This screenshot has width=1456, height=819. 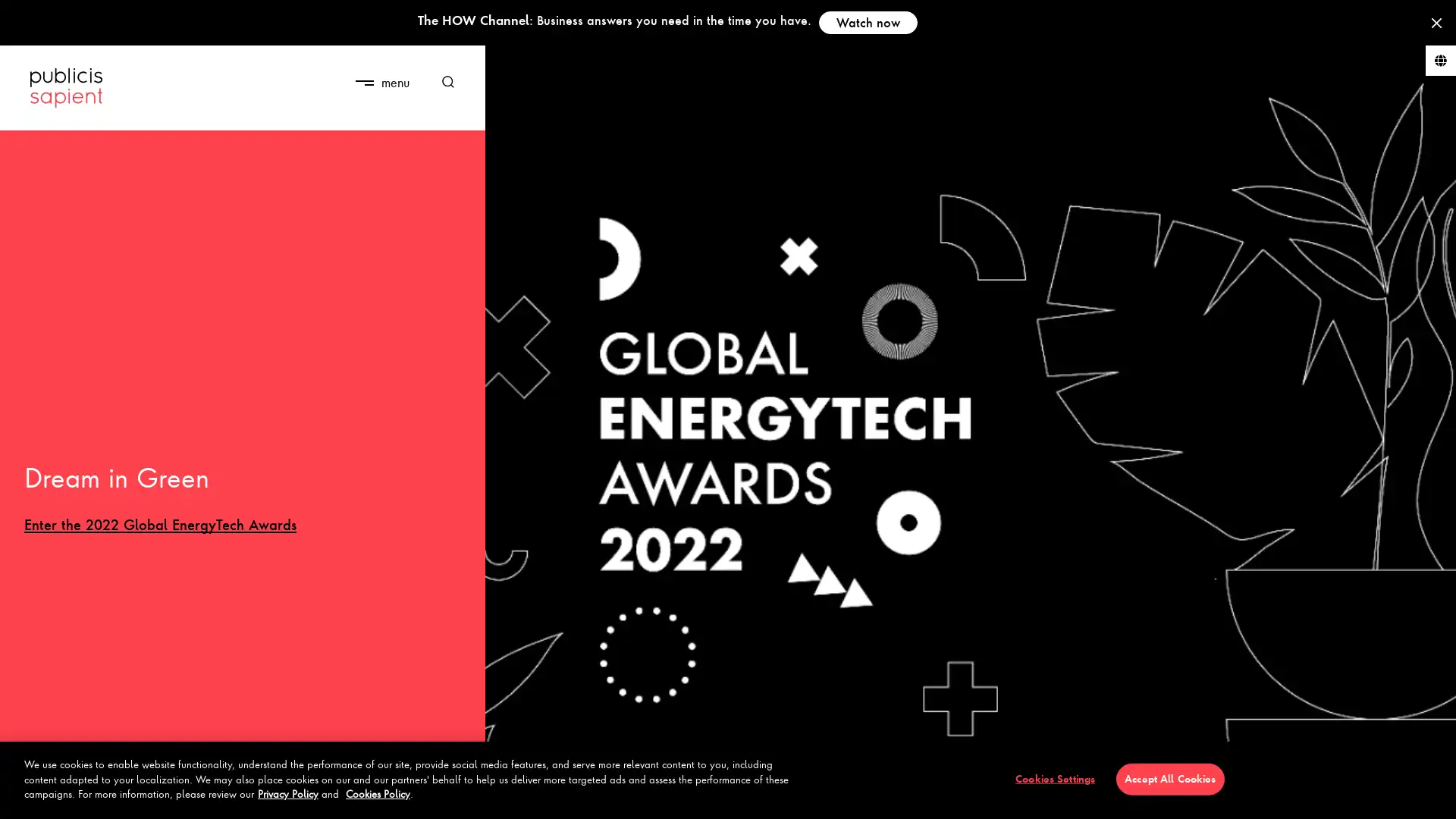 What do you see at coordinates (29, 798) in the screenshot?
I see `Display Slide 0` at bounding box center [29, 798].